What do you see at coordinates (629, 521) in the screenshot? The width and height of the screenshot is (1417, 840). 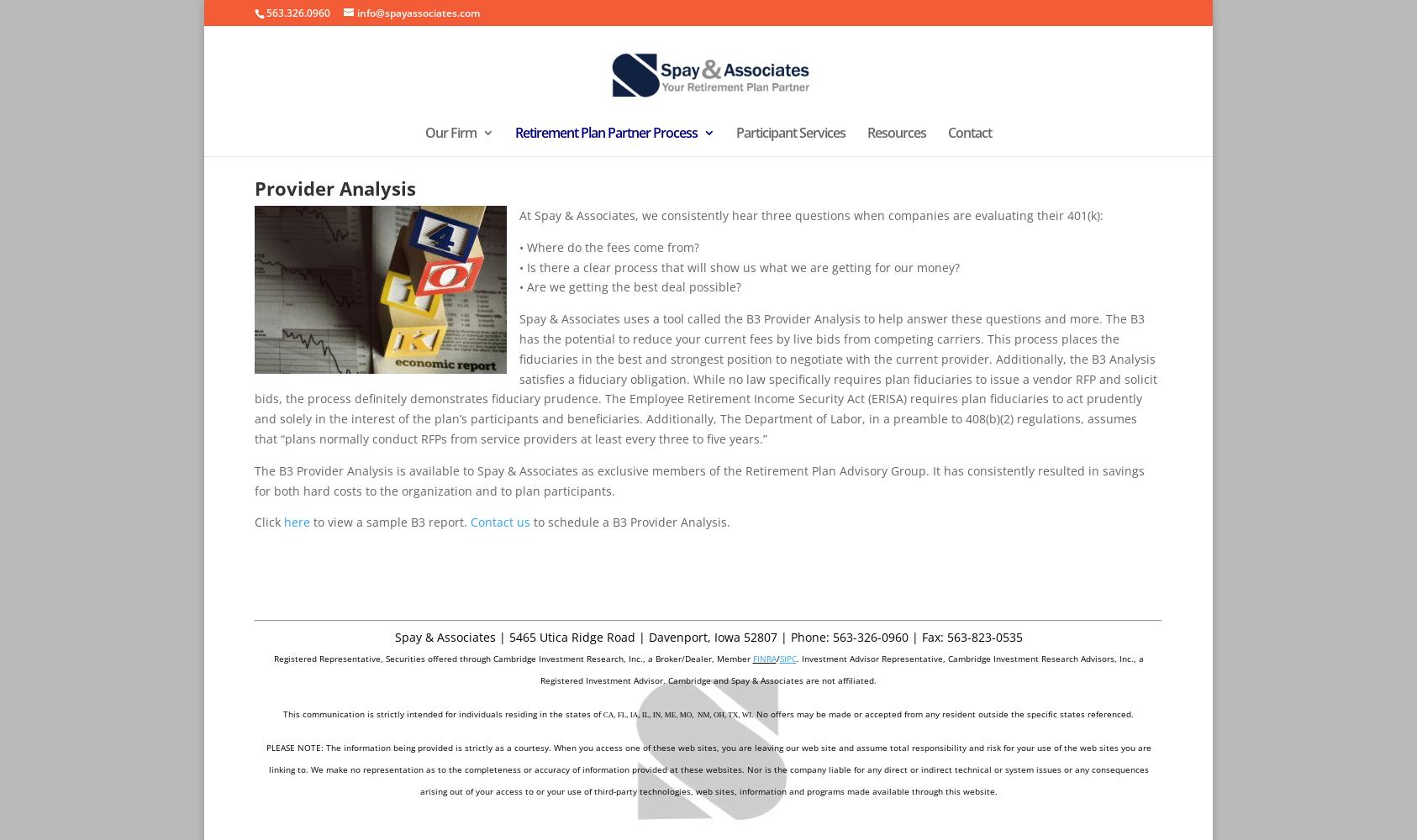 I see `'to schedule a B3 Provider Analysis.'` at bounding box center [629, 521].